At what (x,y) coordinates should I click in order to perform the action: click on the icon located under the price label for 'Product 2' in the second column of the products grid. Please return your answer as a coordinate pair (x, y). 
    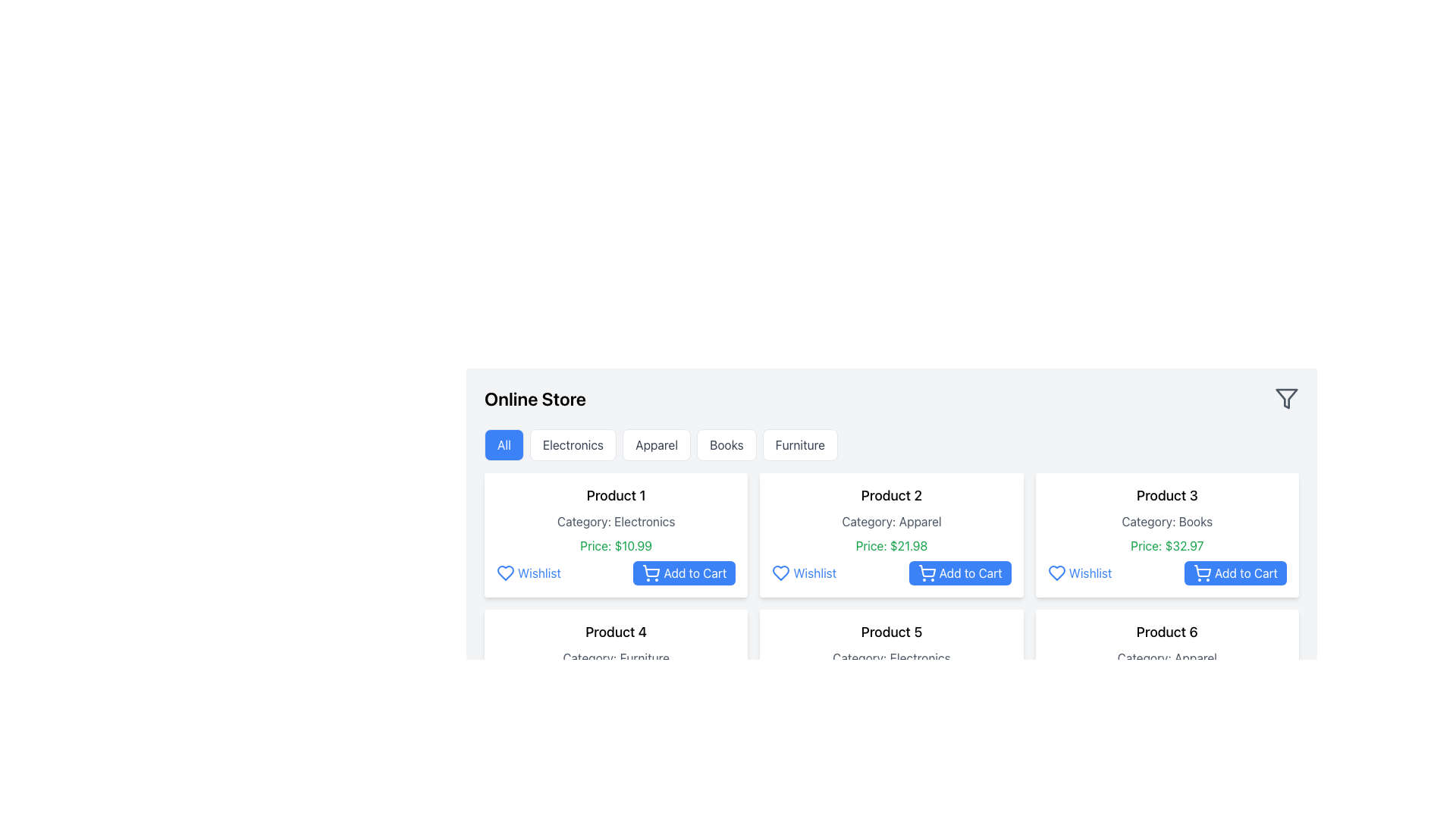
    Looking at the image, I should click on (781, 573).